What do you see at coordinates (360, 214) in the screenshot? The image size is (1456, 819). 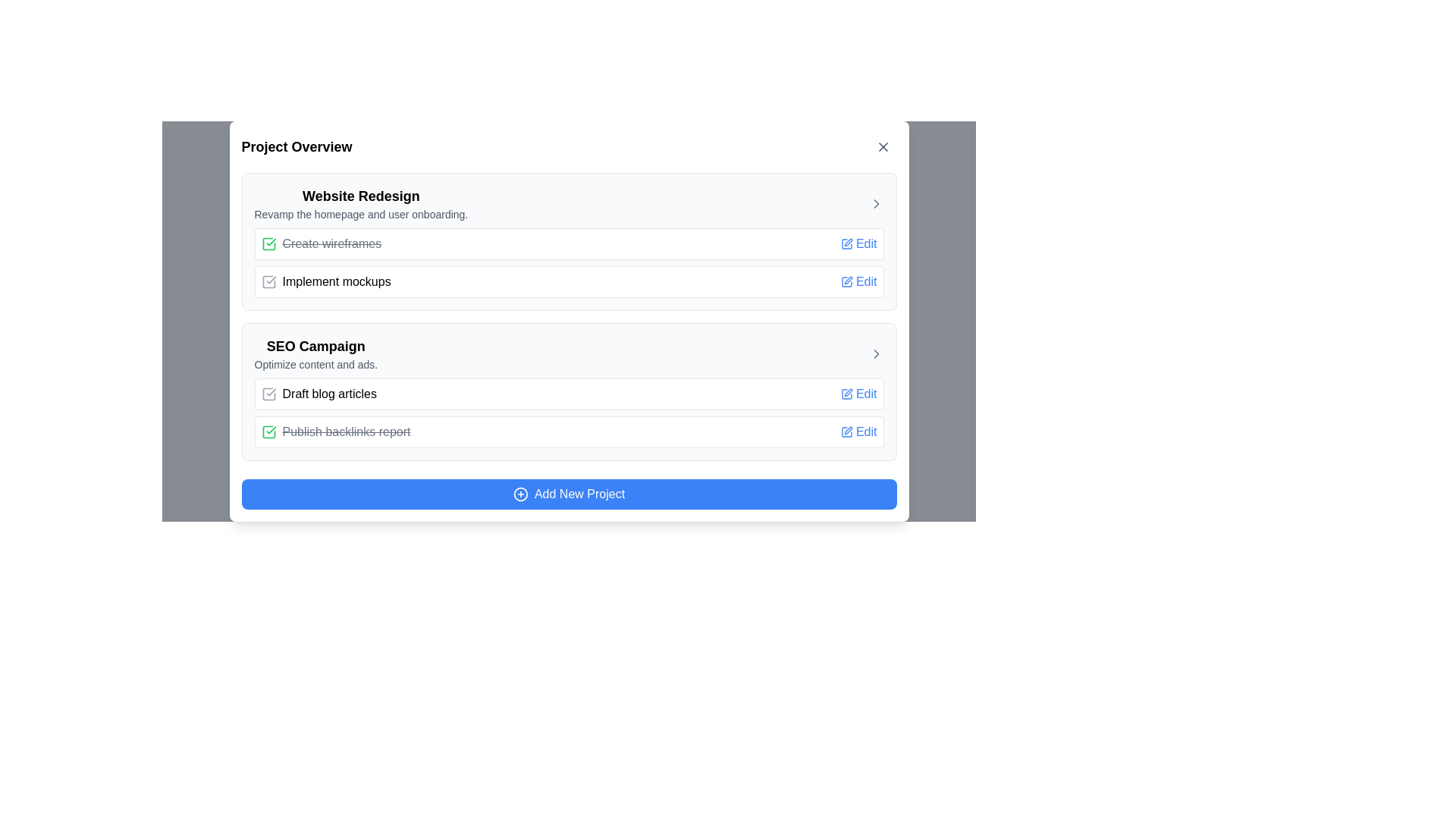 I see `descriptive text located in the task card labeled 'Website Redesign', which is styled in a smaller font size and light gray color, positioned beneath the title text 'Website Redesign'` at bounding box center [360, 214].